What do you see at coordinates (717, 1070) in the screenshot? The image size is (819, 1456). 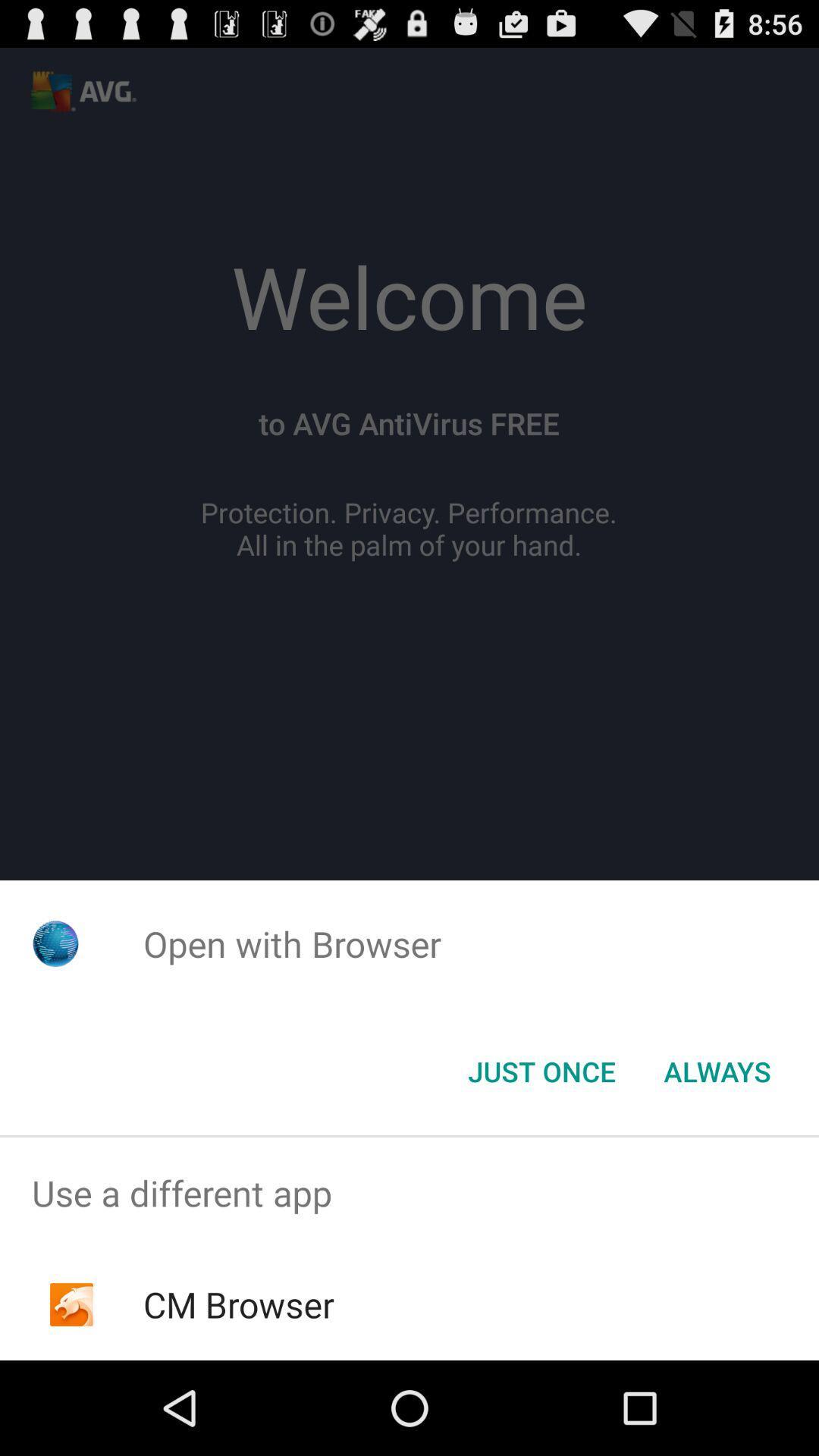 I see `the item below open with browser app` at bounding box center [717, 1070].